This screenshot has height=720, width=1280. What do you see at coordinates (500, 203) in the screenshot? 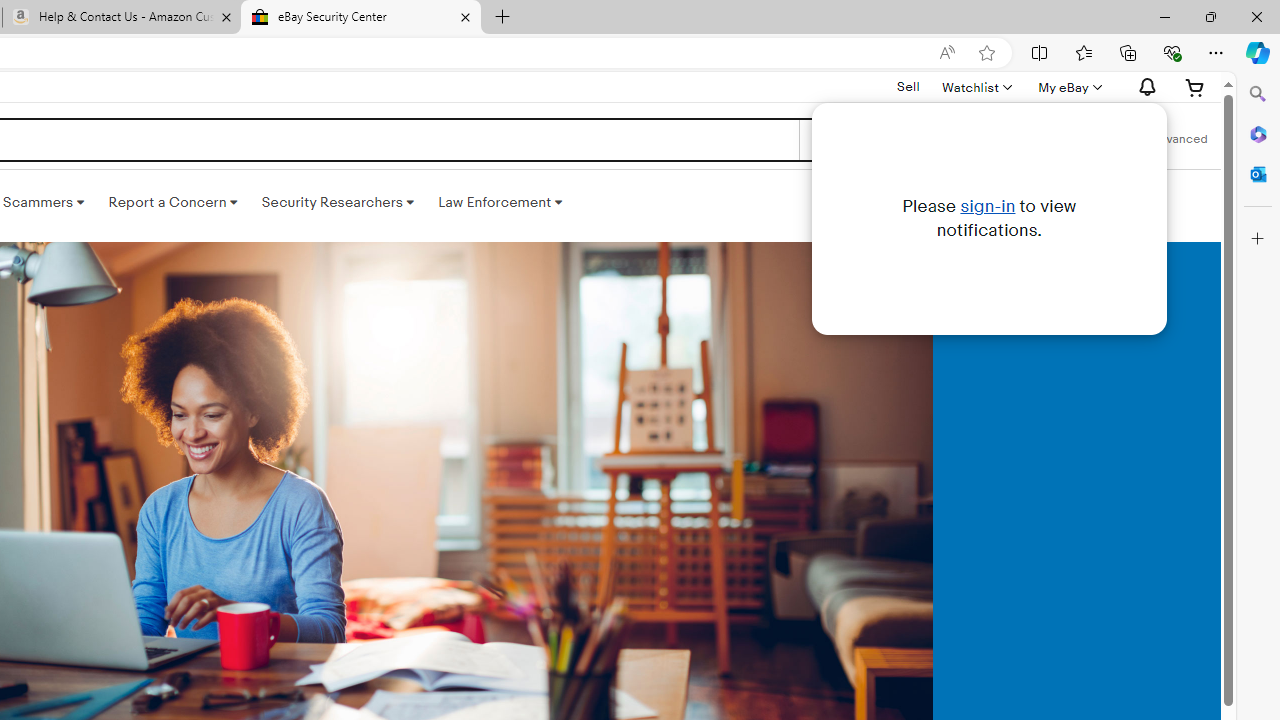
I see `'Law Enforcement '` at bounding box center [500, 203].